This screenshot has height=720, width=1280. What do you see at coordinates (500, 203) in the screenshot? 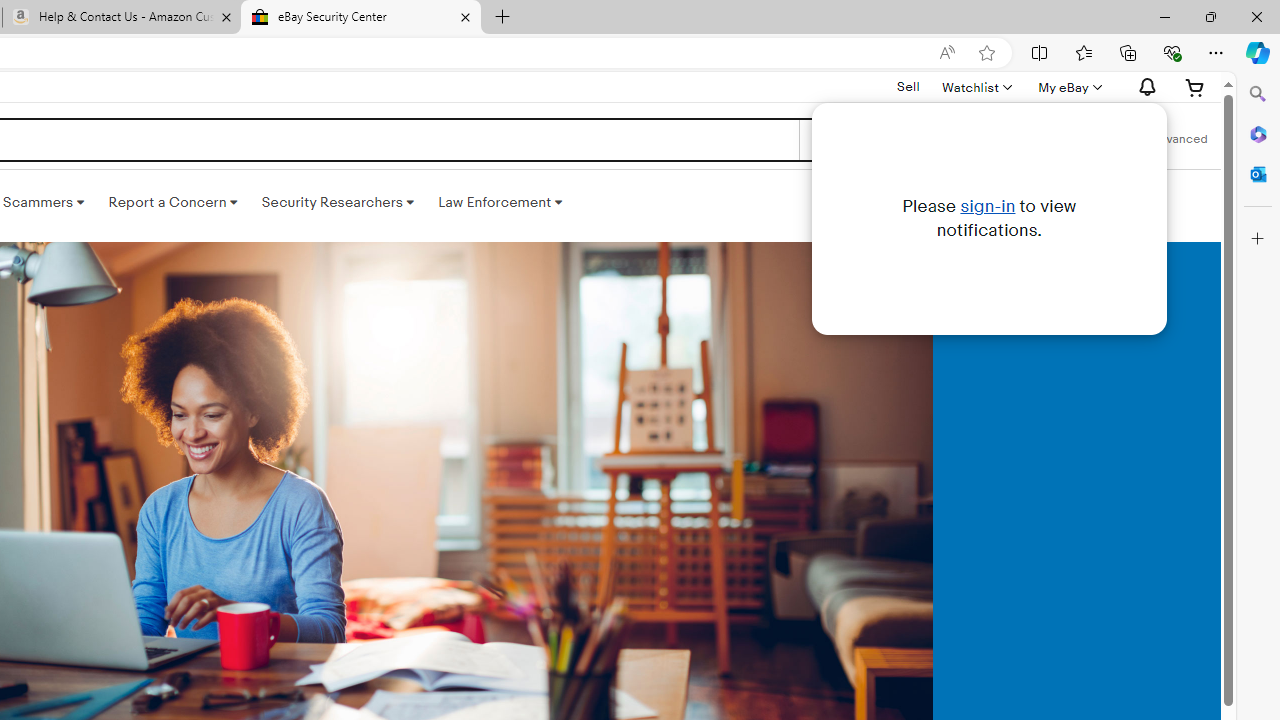
I see `'Law Enforcement '` at bounding box center [500, 203].